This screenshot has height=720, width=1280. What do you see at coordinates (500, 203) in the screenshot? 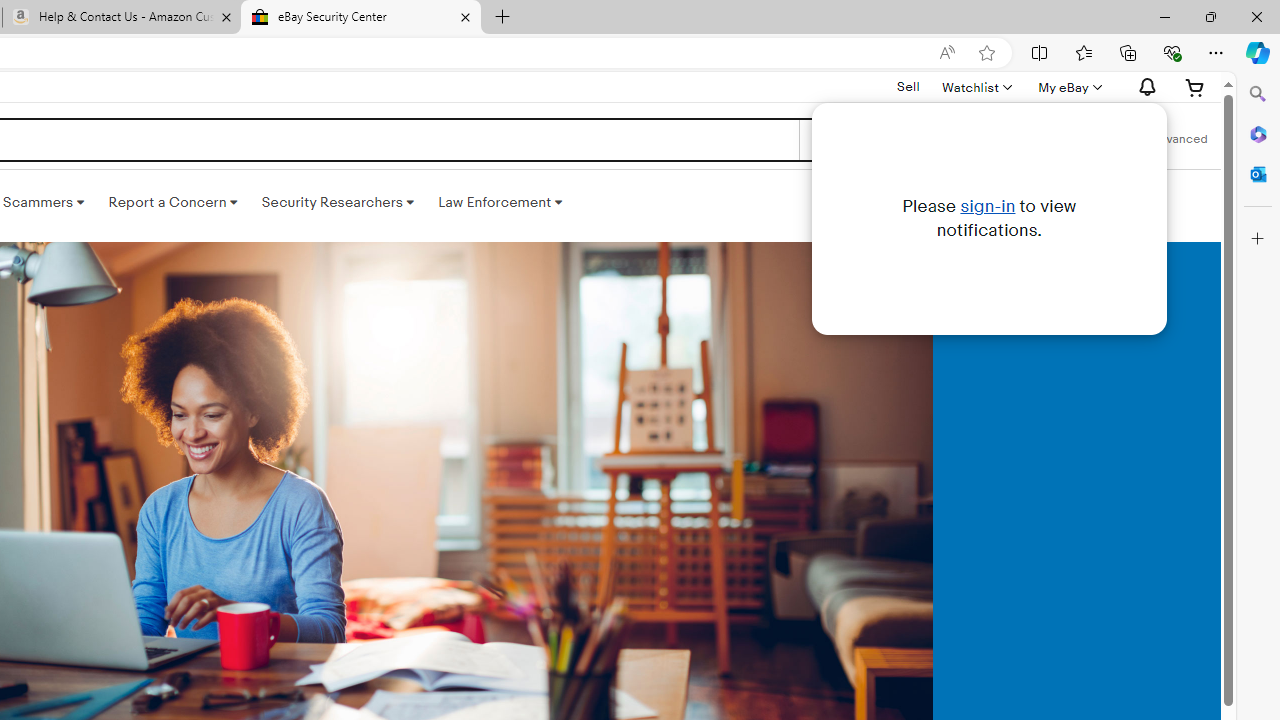
I see `'Law Enforcement '` at bounding box center [500, 203].